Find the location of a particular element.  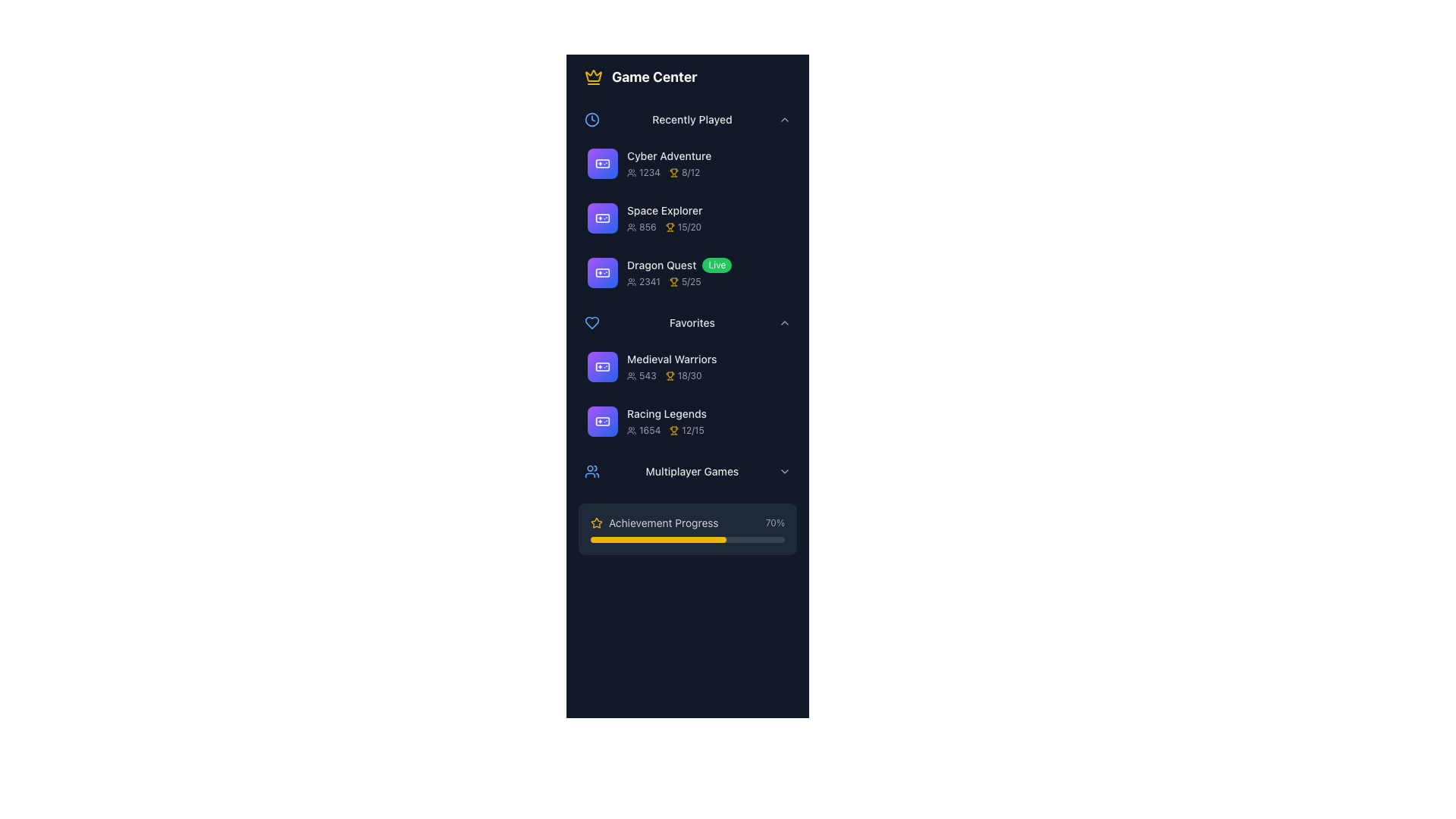

the downward-facing chevron icon next to the 'Favorites' text to quickly toggle the state of the section is located at coordinates (785, 322).